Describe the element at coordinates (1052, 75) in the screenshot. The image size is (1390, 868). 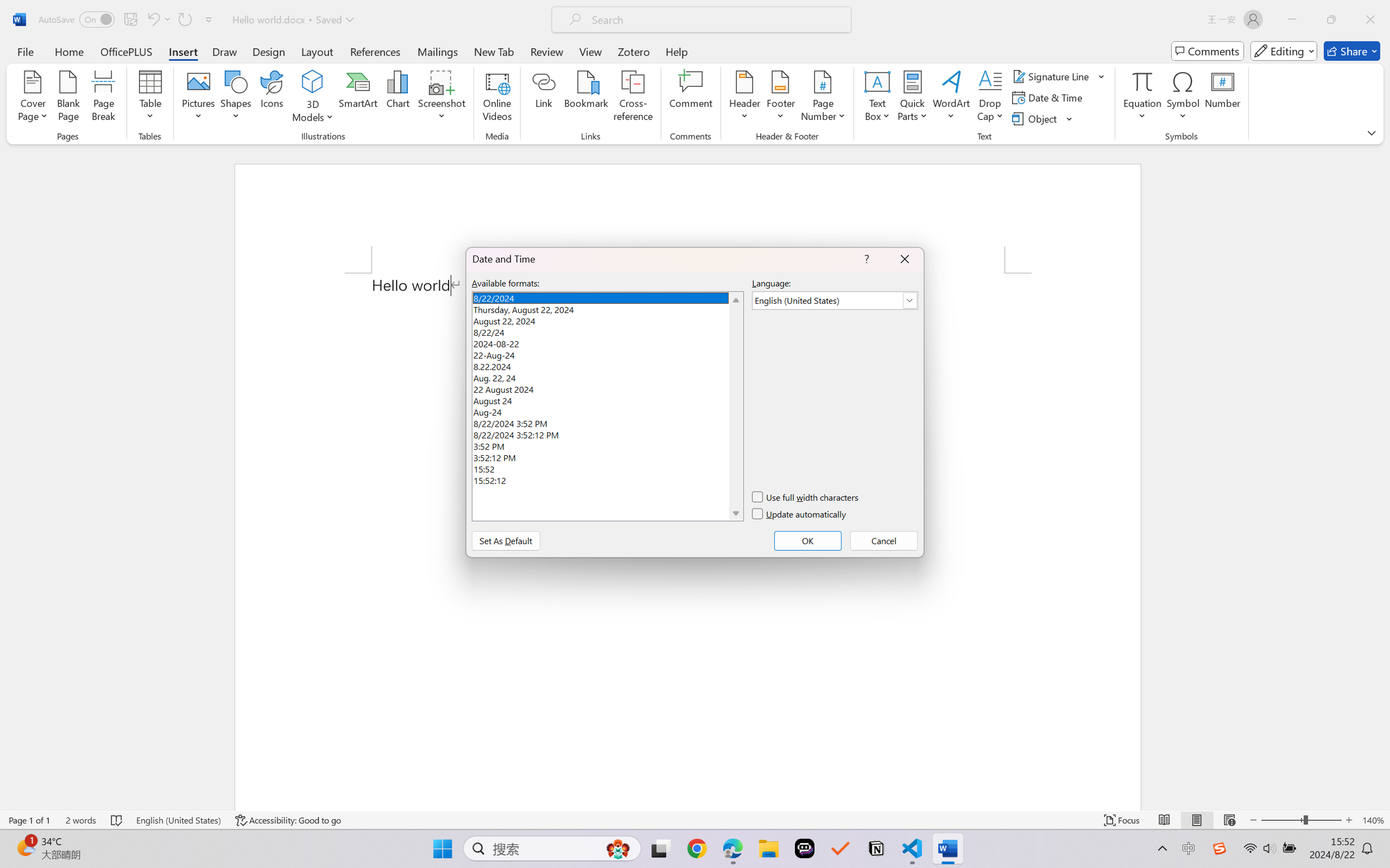
I see `'Signature Line'` at that location.